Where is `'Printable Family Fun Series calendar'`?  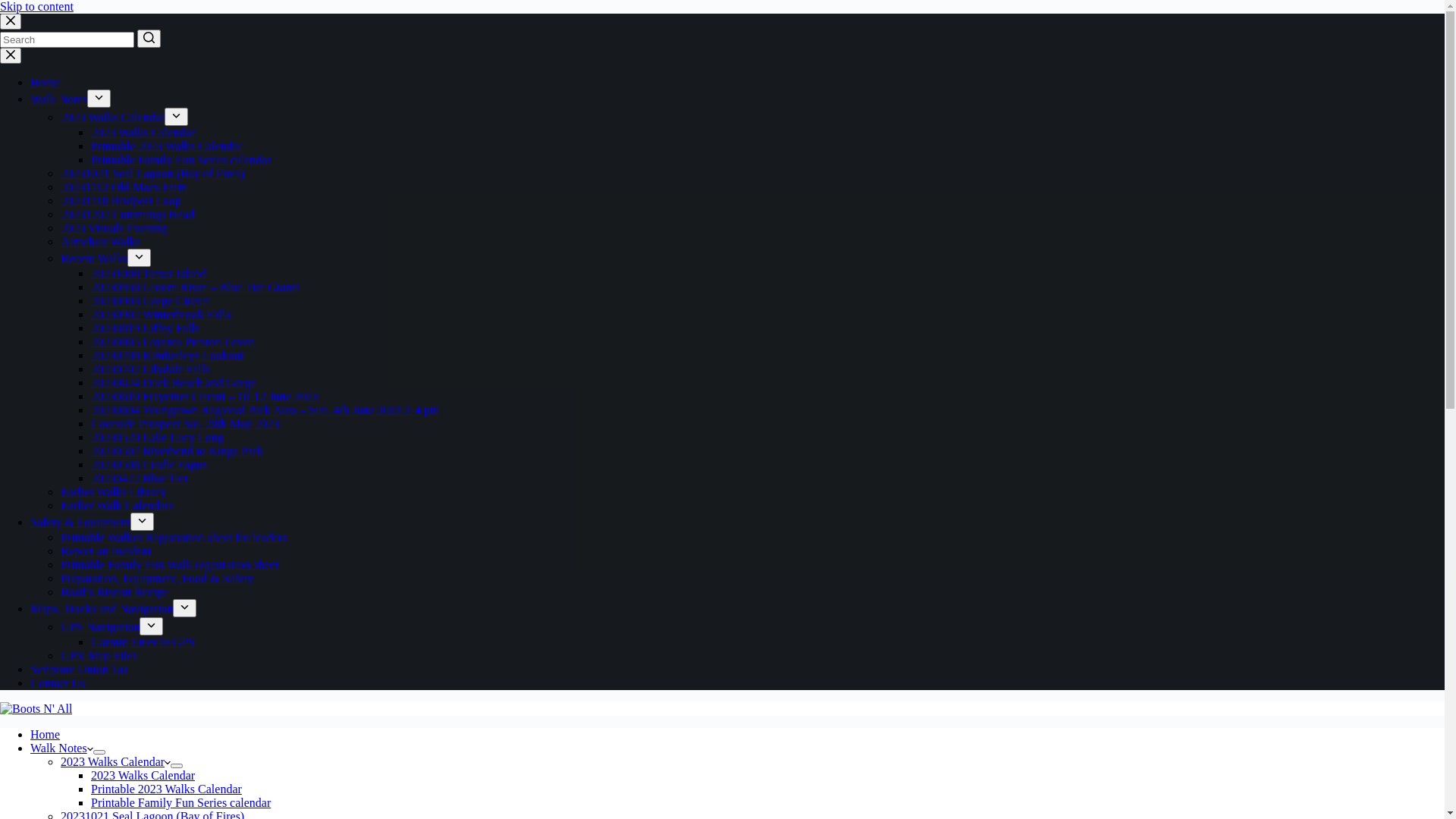 'Printable Family Fun Series calendar' is located at coordinates (180, 802).